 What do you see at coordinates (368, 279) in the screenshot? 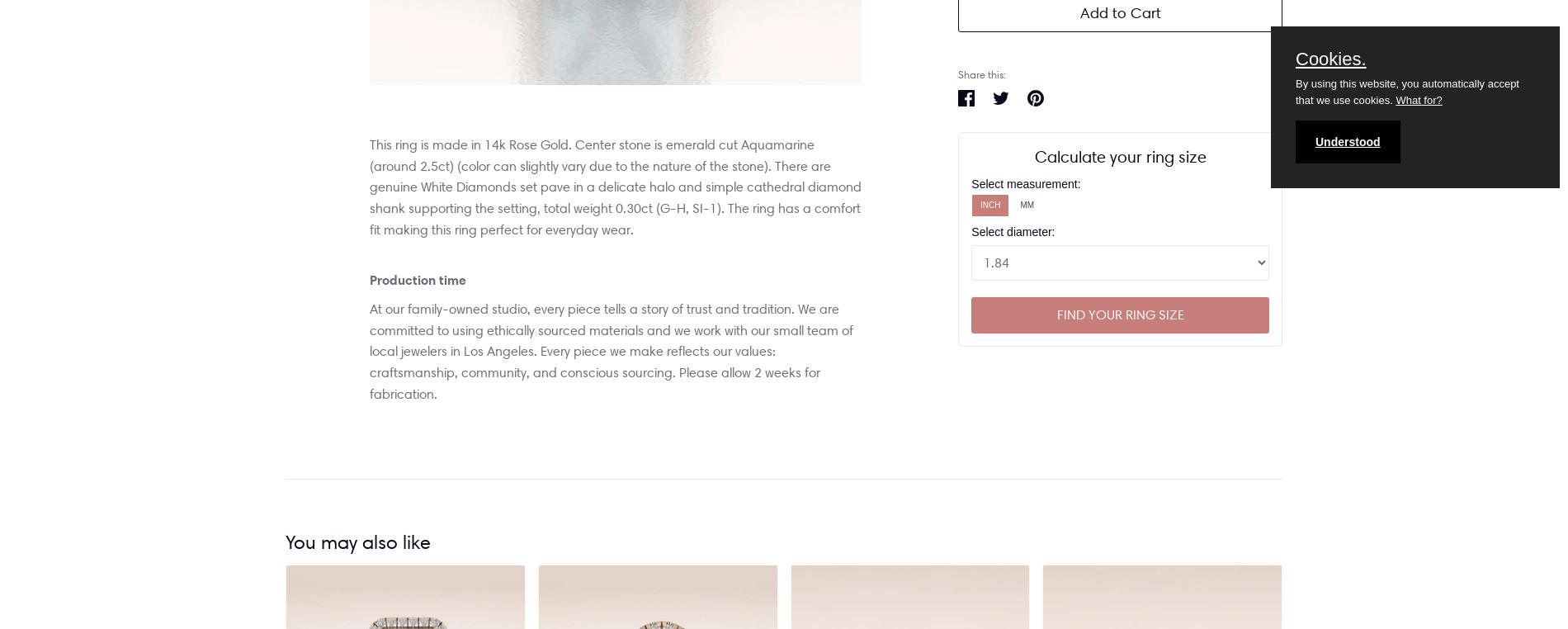
I see `'Production time'` at bounding box center [368, 279].